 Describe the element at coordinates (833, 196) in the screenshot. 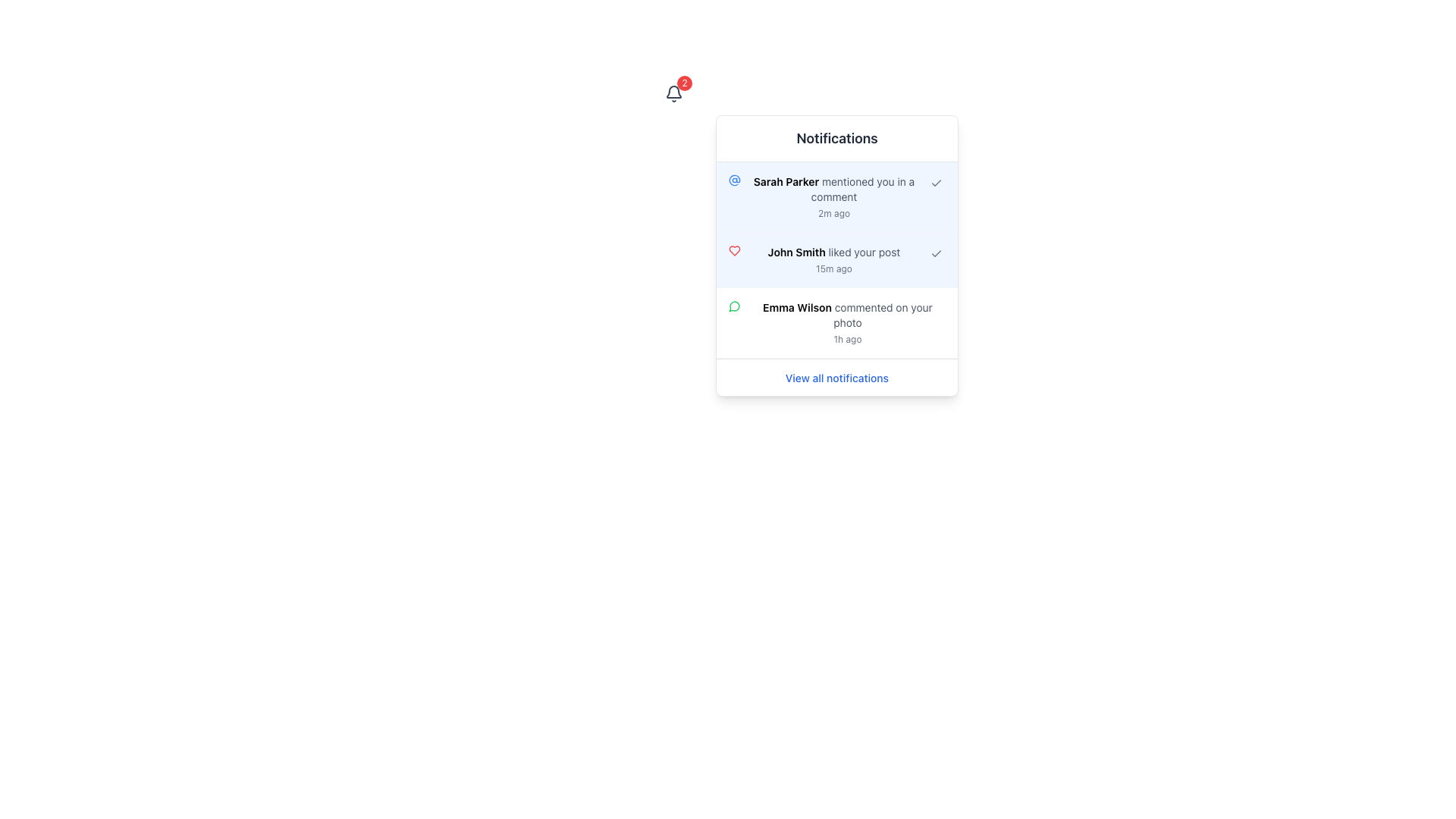

I see `the first notification item in the notification panel that indicates 'Sarah Parker mentioned you in a comment'` at that location.